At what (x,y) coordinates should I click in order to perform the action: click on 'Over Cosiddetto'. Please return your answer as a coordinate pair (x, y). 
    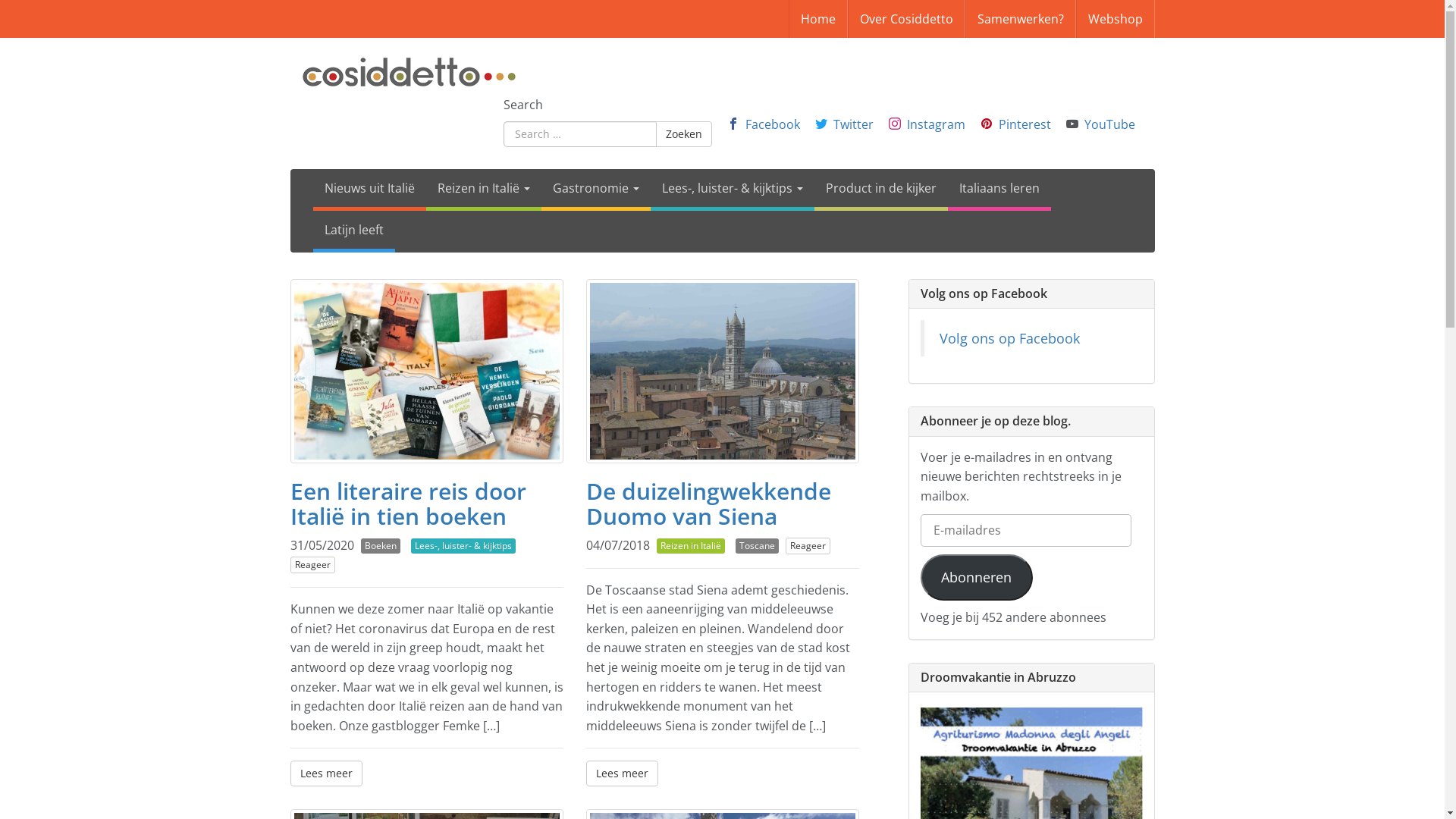
    Looking at the image, I should click on (906, 18).